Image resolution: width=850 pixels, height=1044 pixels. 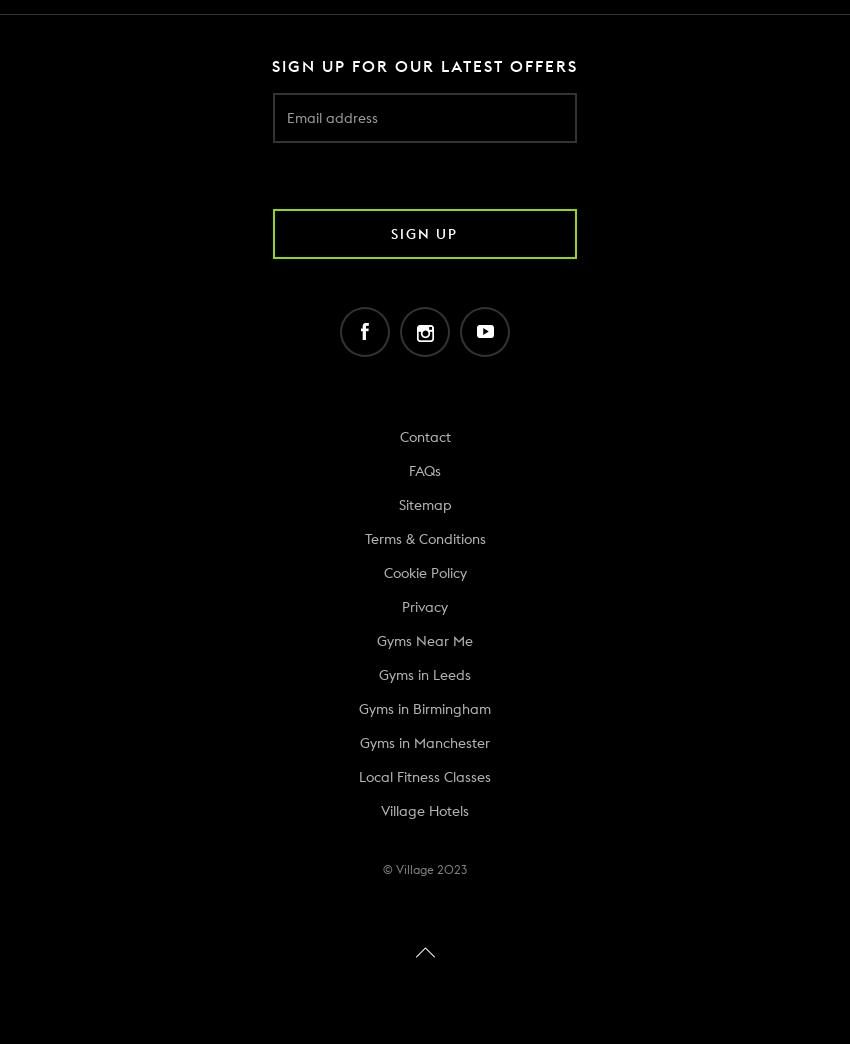 What do you see at coordinates (425, 707) in the screenshot?
I see `'Gyms in Birmingham'` at bounding box center [425, 707].